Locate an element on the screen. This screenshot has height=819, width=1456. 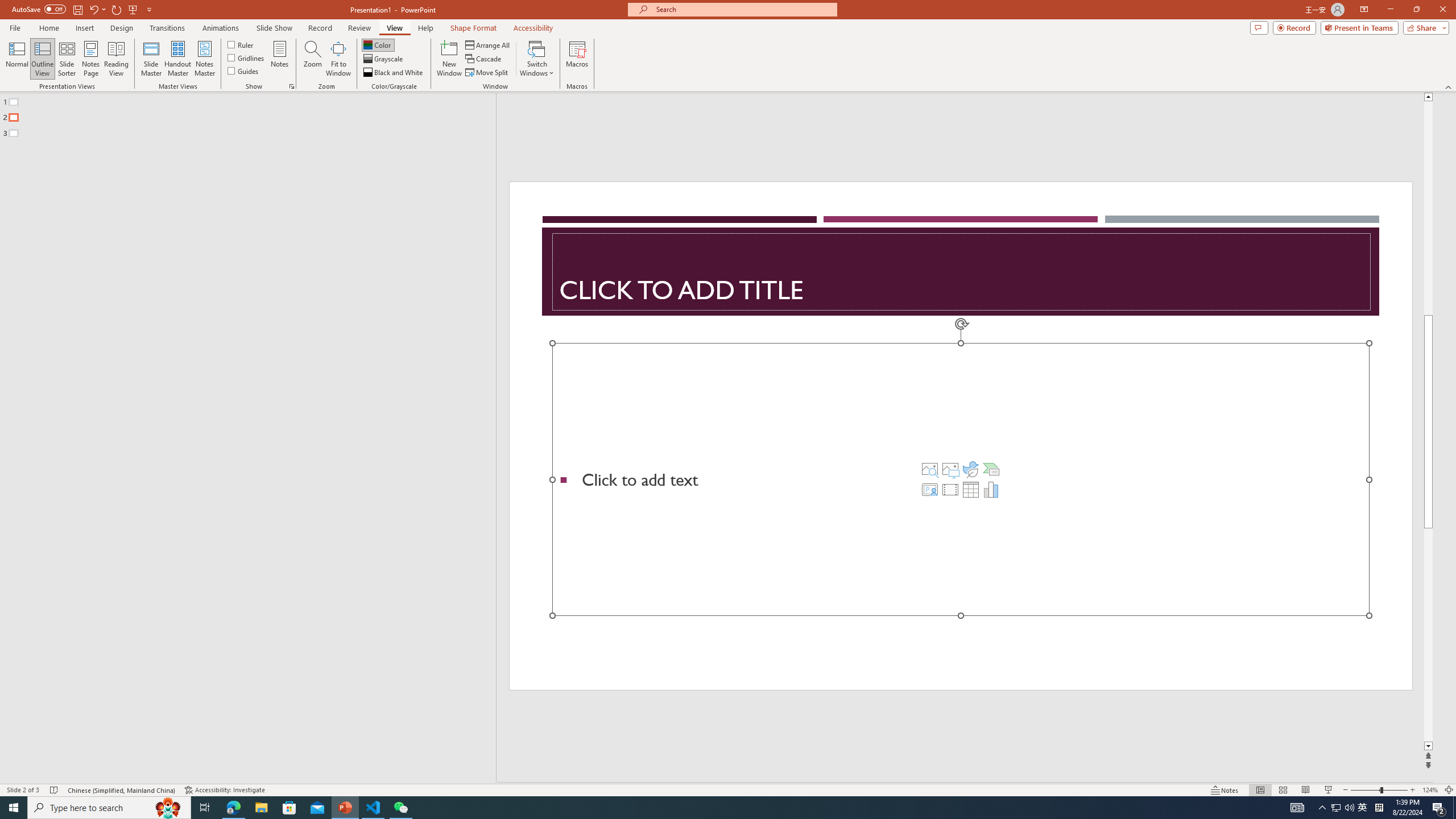
'Gridlines' is located at coordinates (246, 56).